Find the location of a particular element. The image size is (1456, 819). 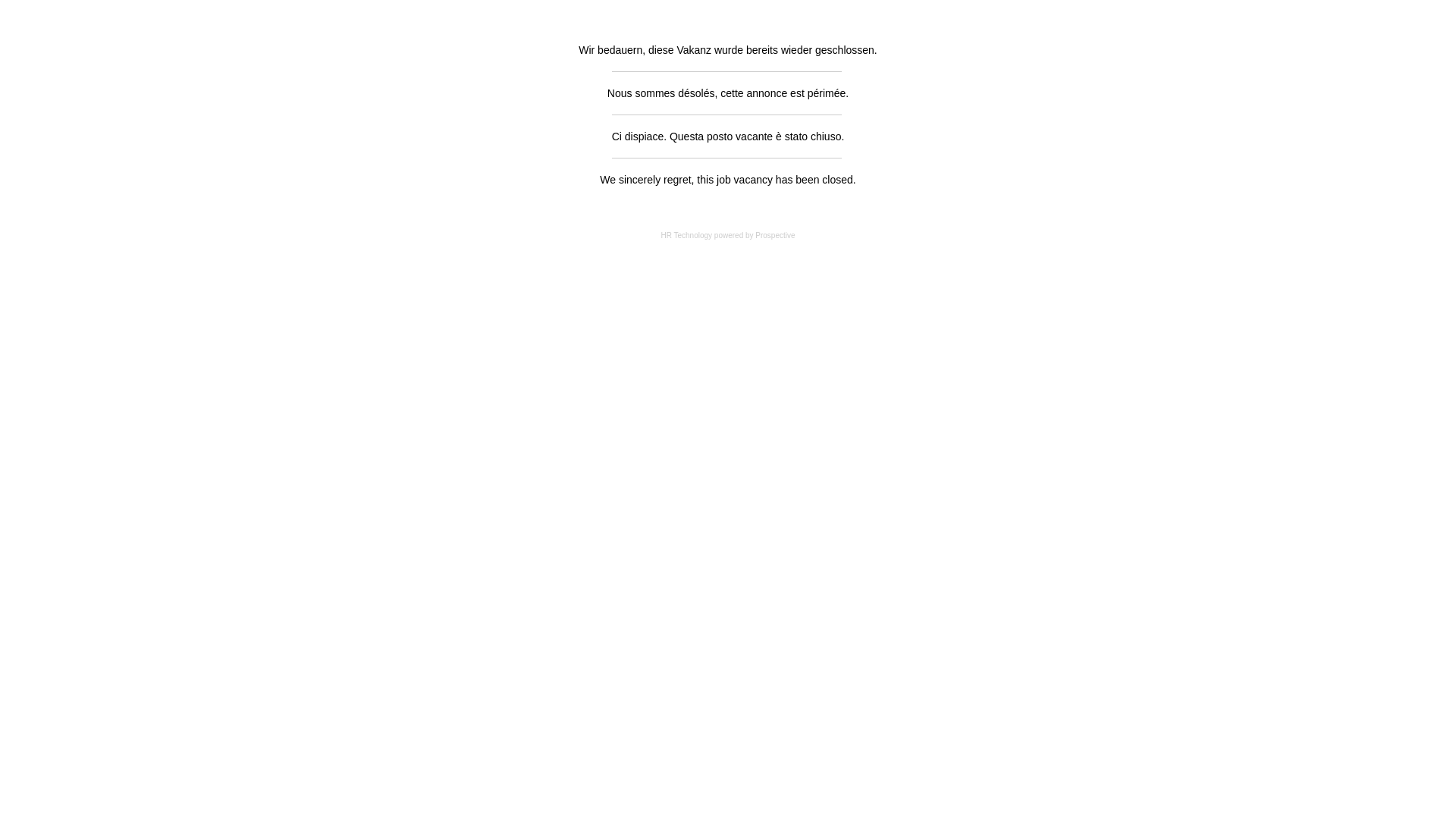

'HR Technology powered by Prospective' is located at coordinates (726, 235).